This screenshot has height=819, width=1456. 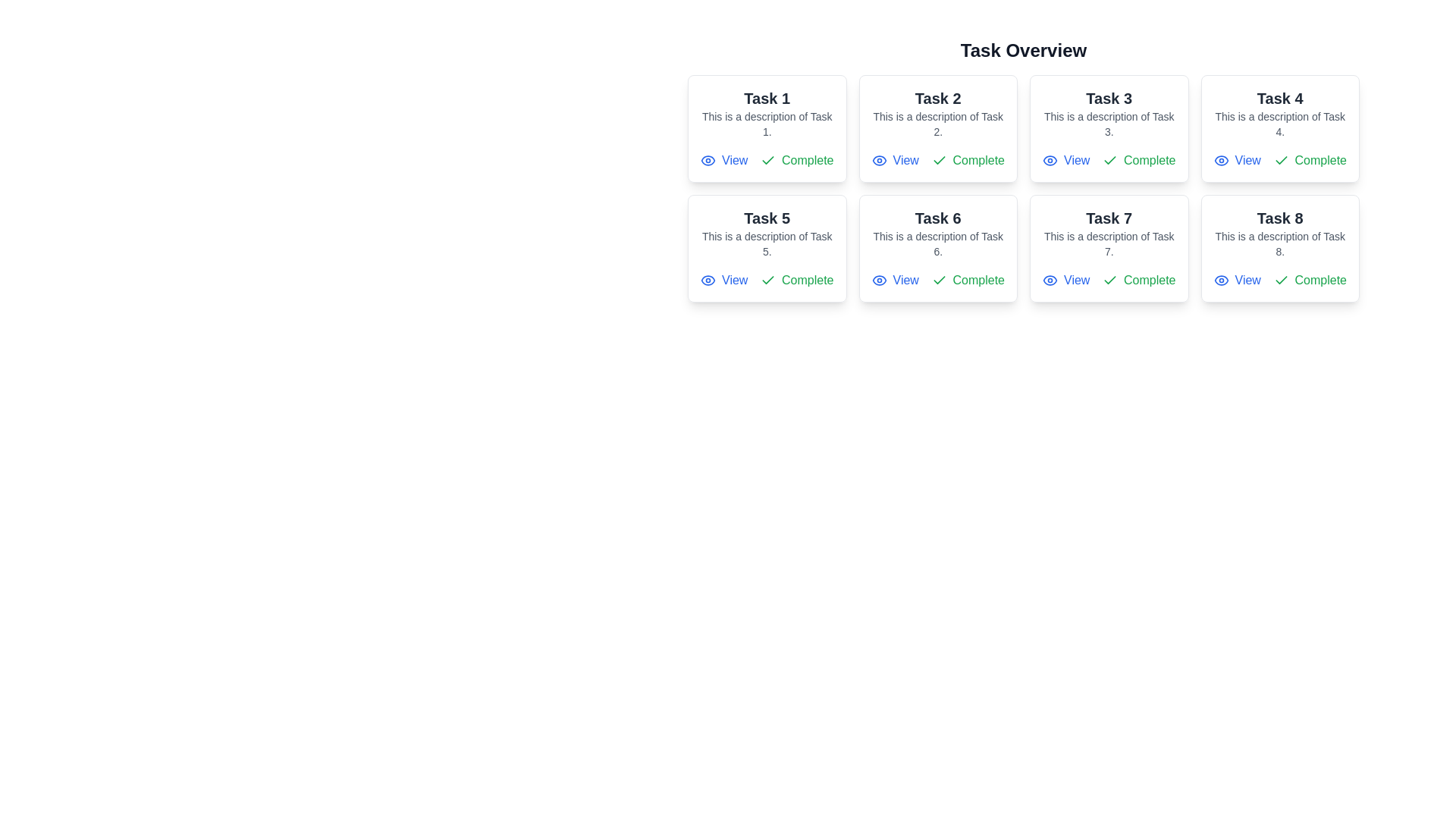 I want to click on the button with a text label and icon at the bottom right corner of the 'Task 8' card to mark the task as complete, so click(x=1309, y=281).